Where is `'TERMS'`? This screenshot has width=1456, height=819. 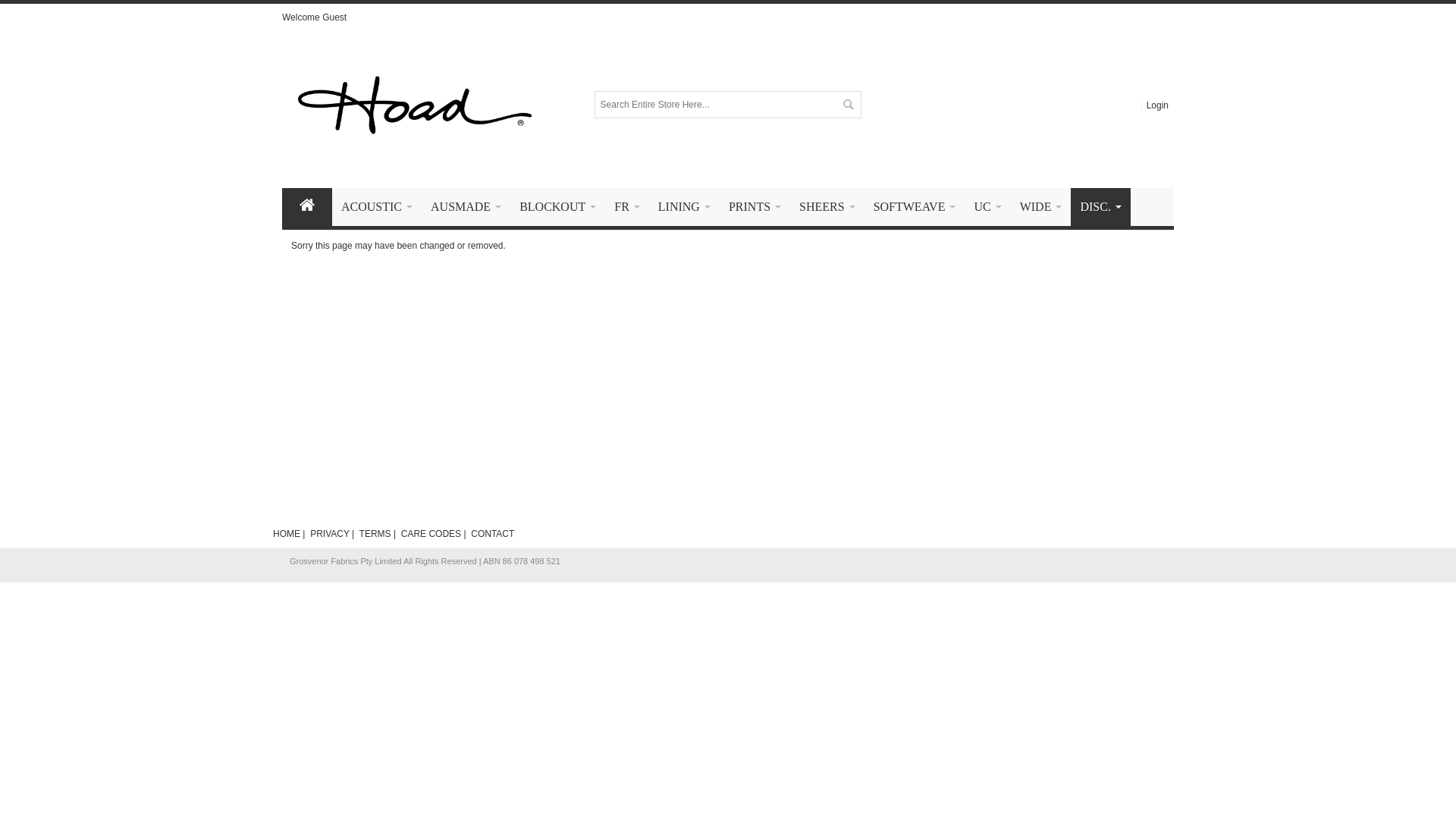 'TERMS' is located at coordinates (375, 533).